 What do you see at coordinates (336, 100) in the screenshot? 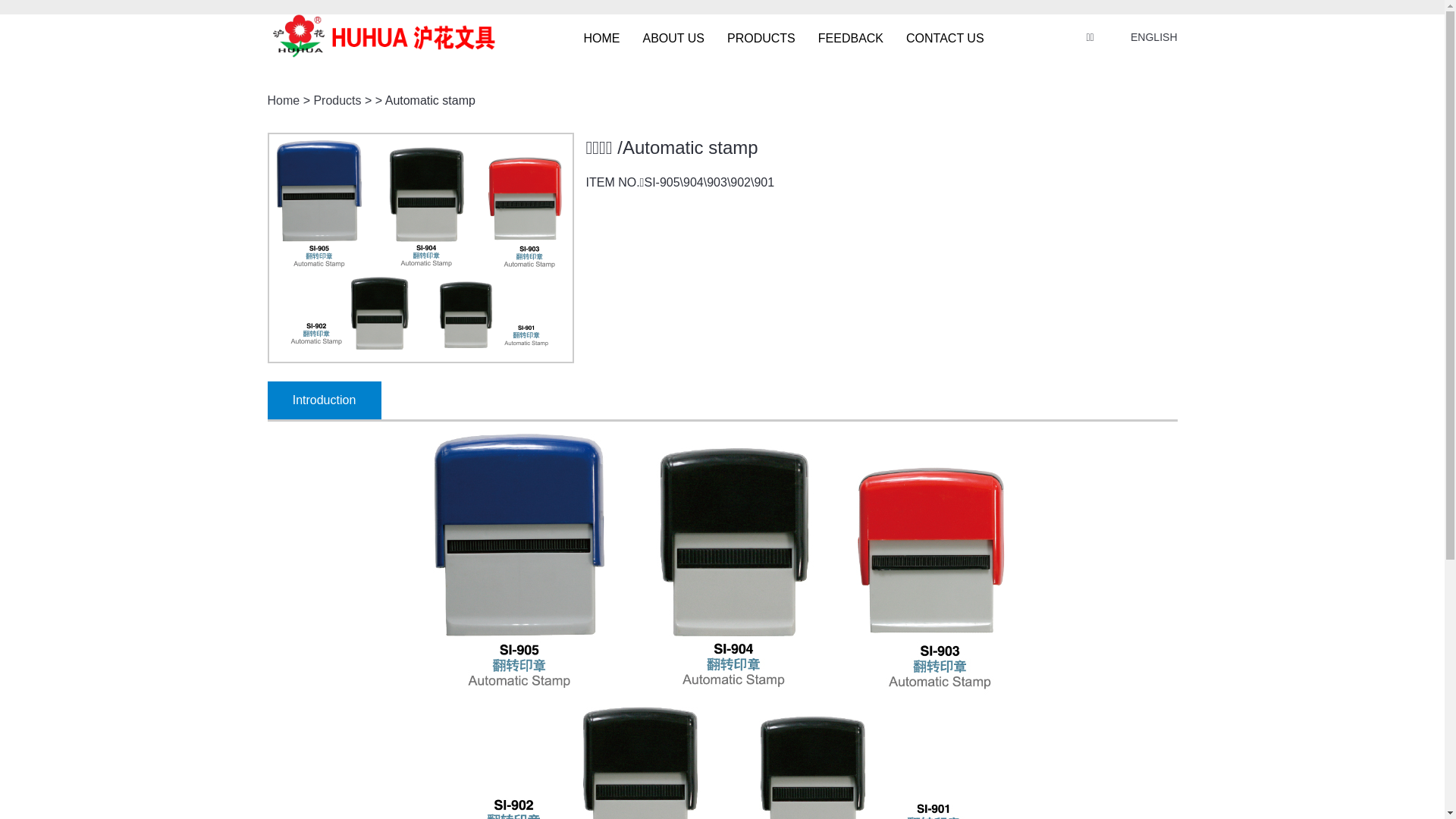
I see `'Products'` at bounding box center [336, 100].